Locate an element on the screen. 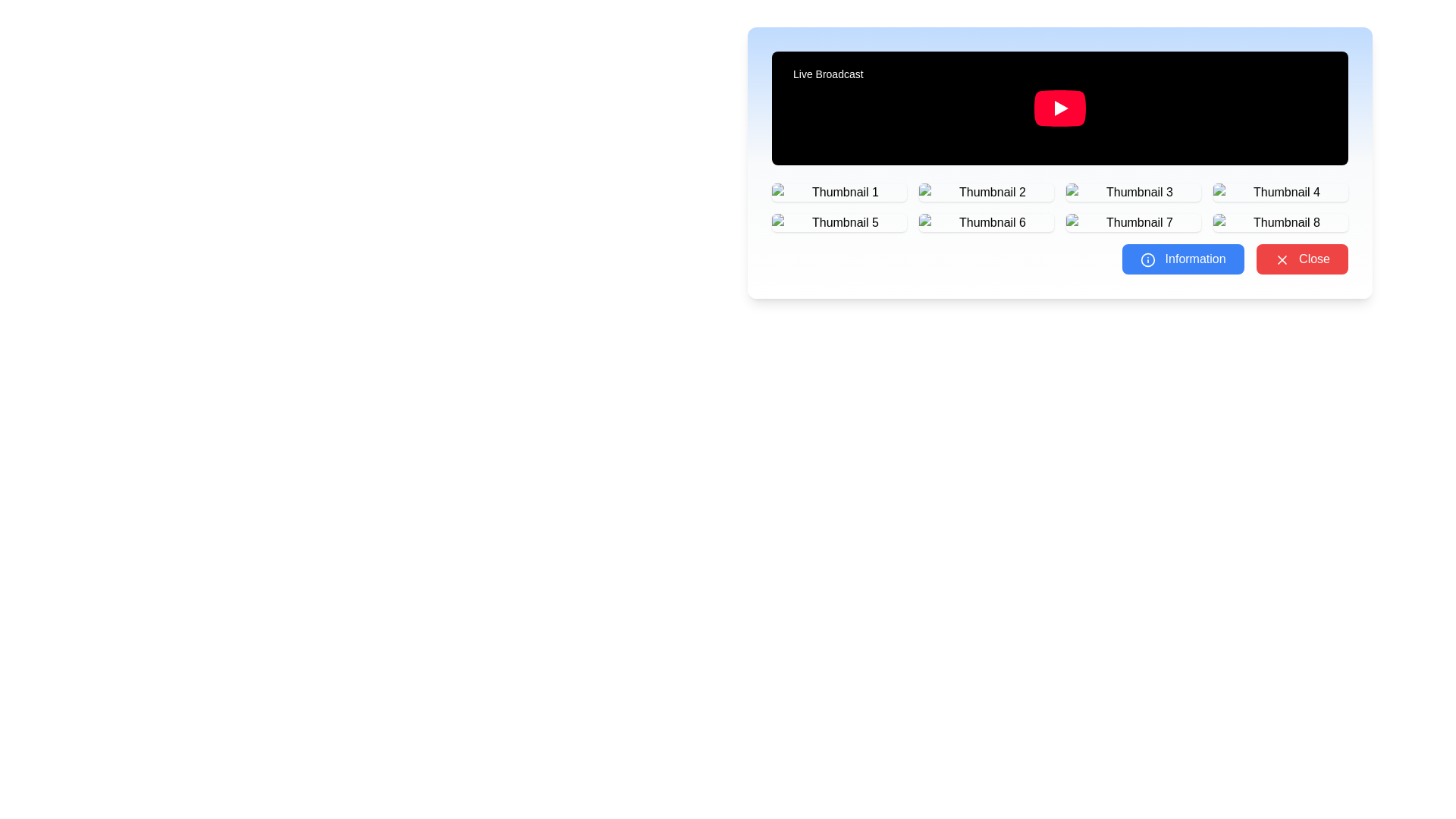  the 'X' icon inside the 'Close' red button located at the bottom-right of the interface is located at coordinates (1281, 259).